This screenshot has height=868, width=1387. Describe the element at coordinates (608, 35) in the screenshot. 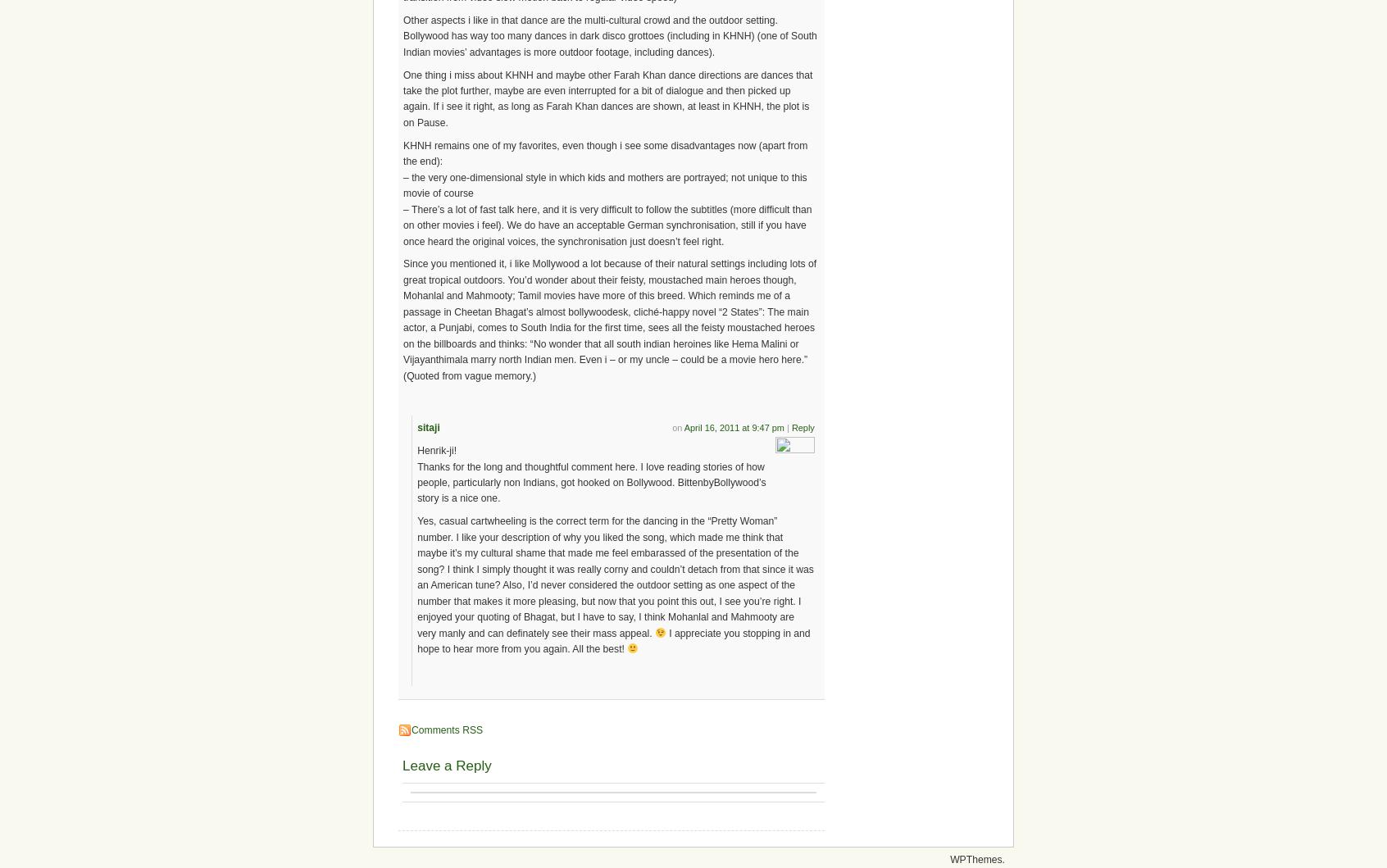

I see `'Other aspects i like in that dance are the multi-cultural crowd and the outdoor setting. Bollywood has way too many dances in dark disco grottoes (including in KHNH) (one of South Indian movies’ advantages is more outdoor footage, including dances).'` at that location.